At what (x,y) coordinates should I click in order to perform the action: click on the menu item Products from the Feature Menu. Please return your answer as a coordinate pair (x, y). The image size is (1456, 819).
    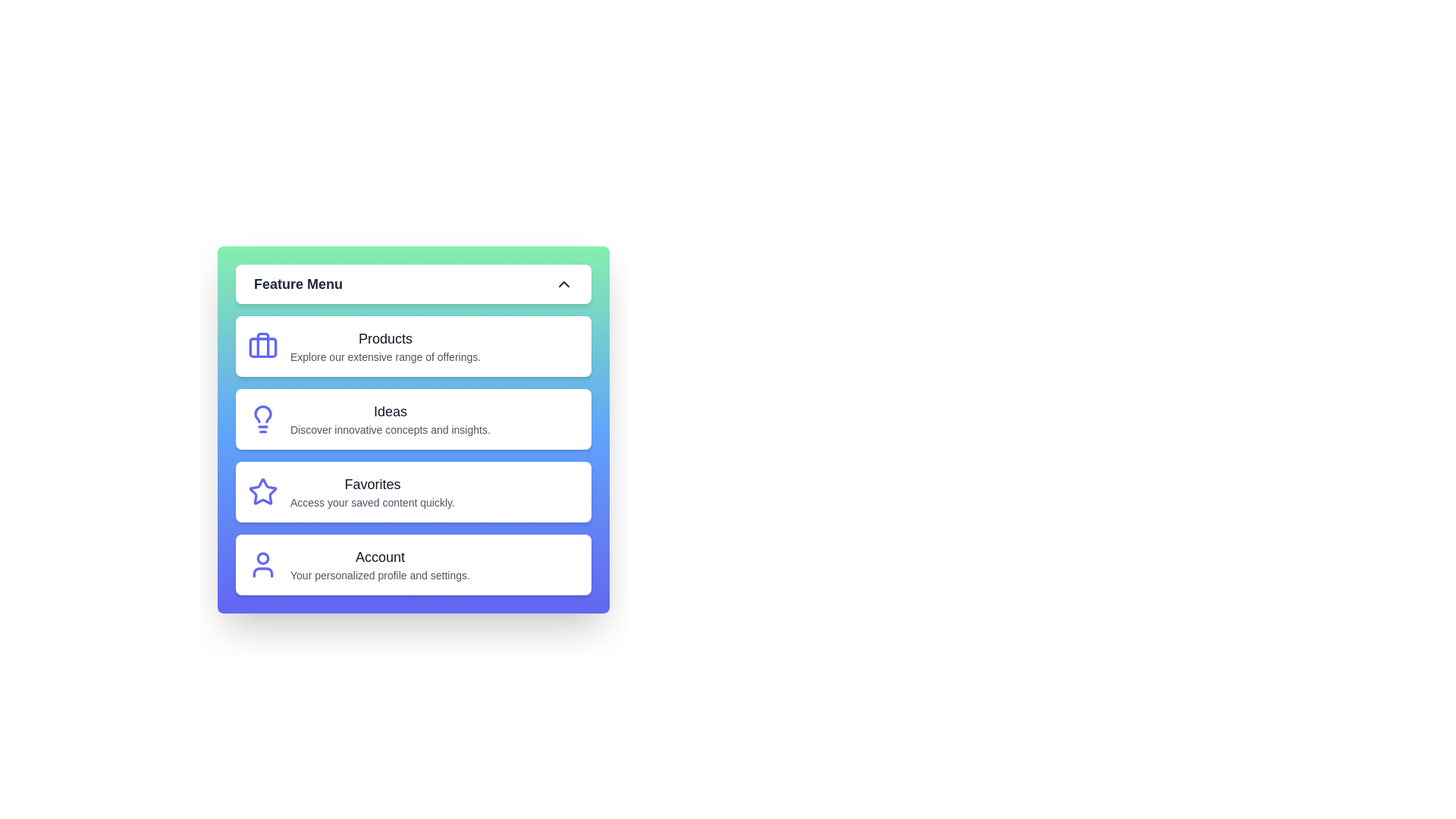
    Looking at the image, I should click on (413, 346).